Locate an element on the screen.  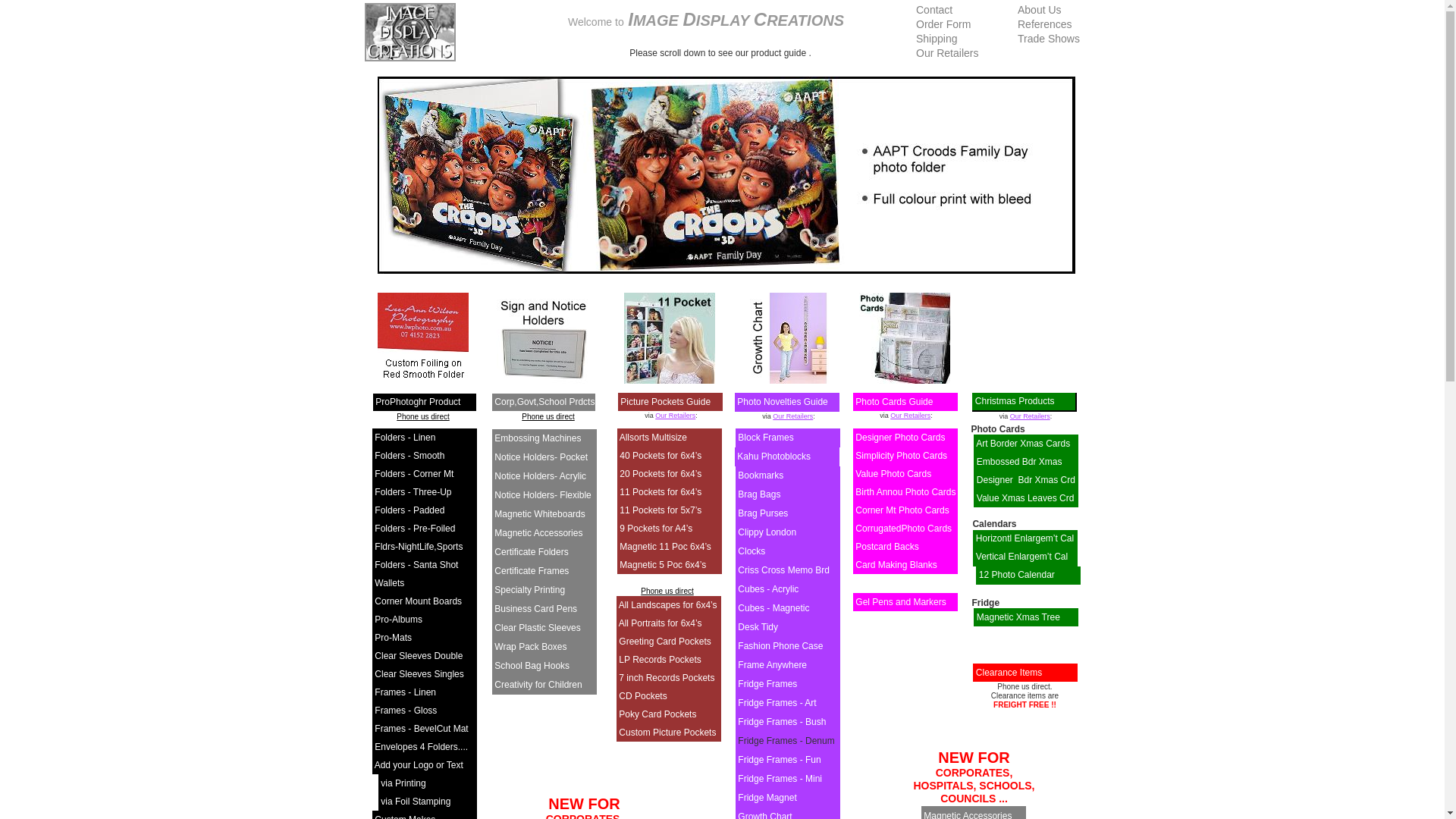
'Corner Mount Boards' is located at coordinates (418, 601).